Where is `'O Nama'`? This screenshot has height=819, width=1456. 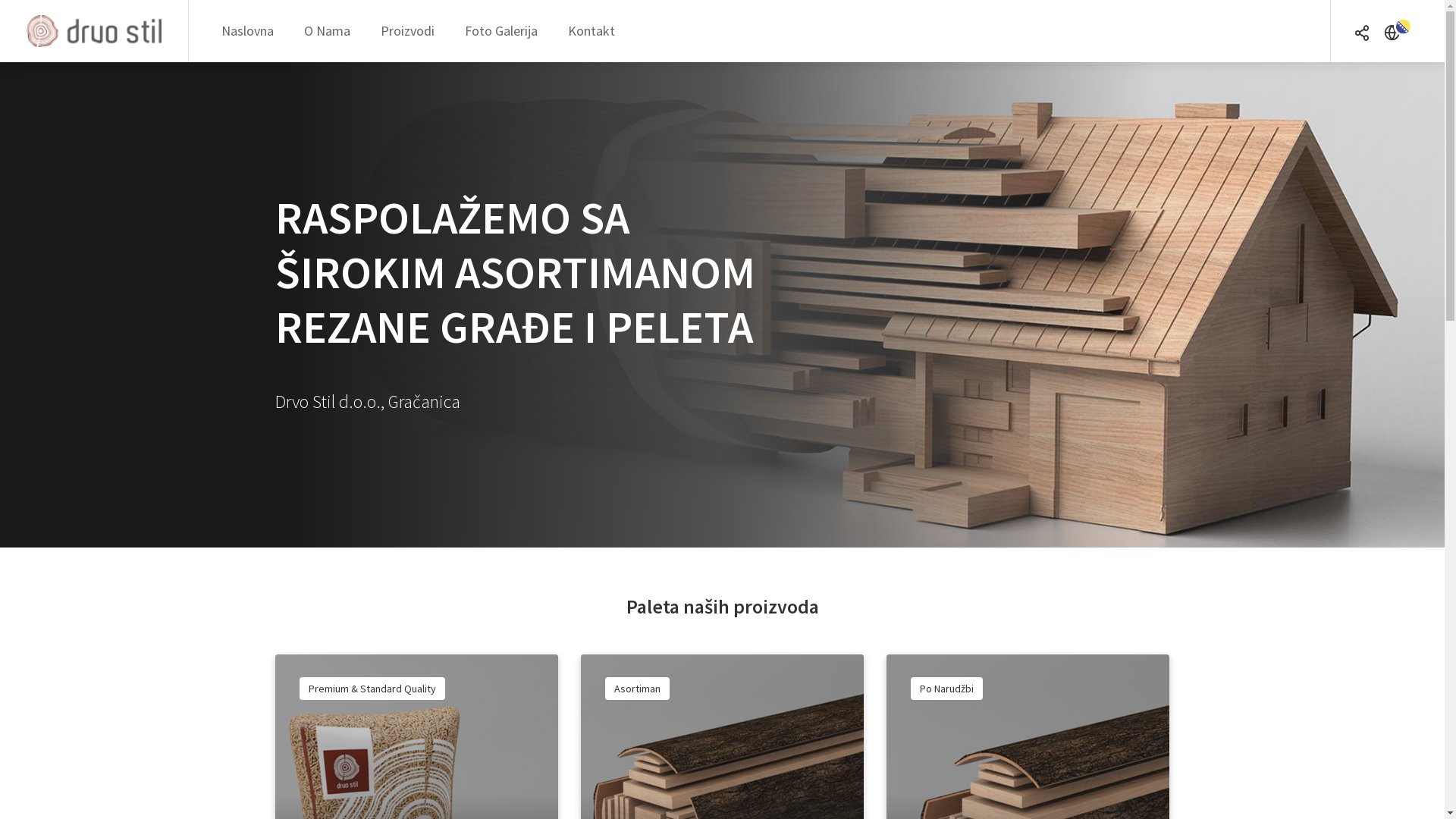
'O Nama' is located at coordinates (326, 30).